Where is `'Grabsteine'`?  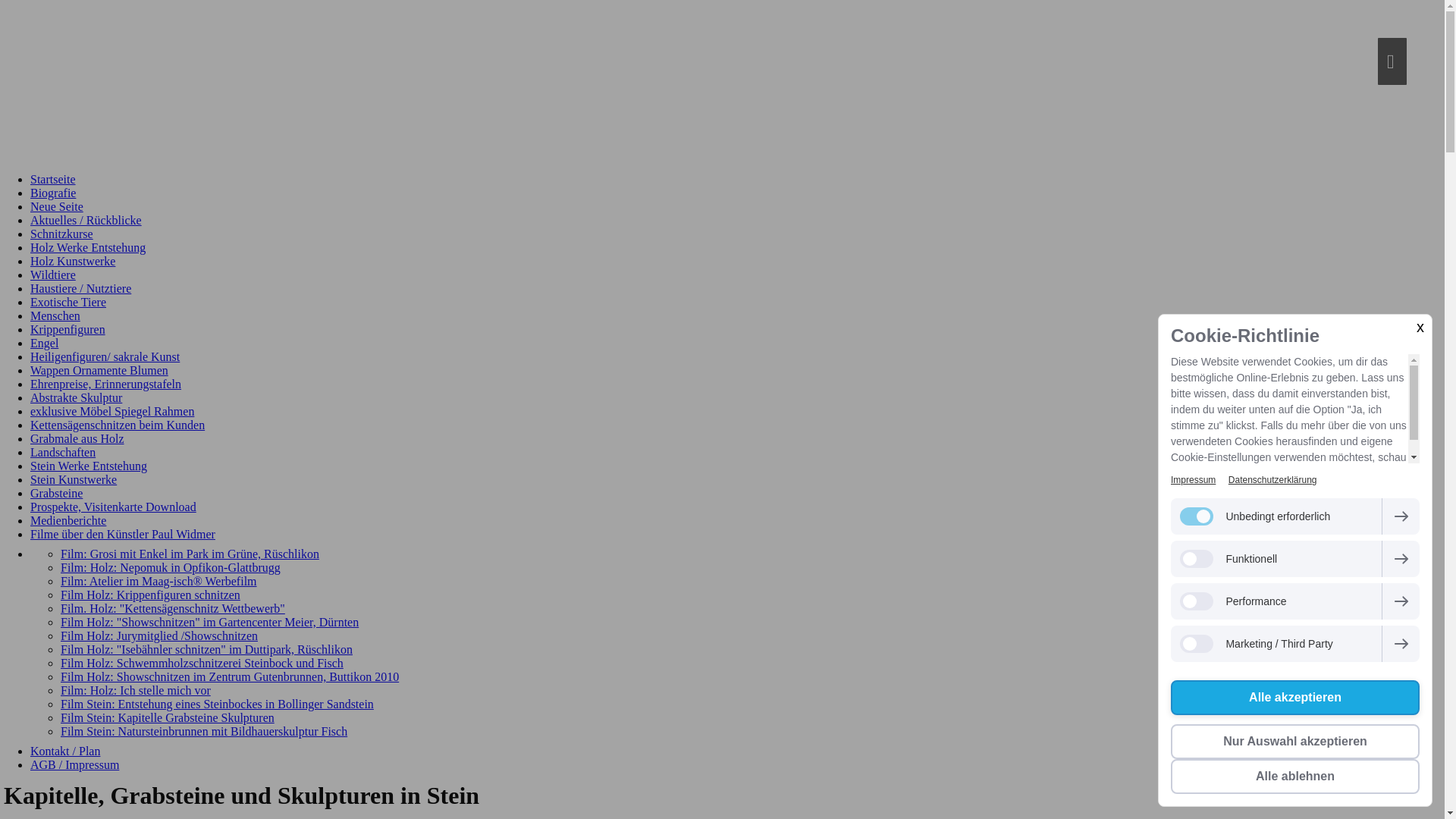
'Grabsteine' is located at coordinates (56, 493).